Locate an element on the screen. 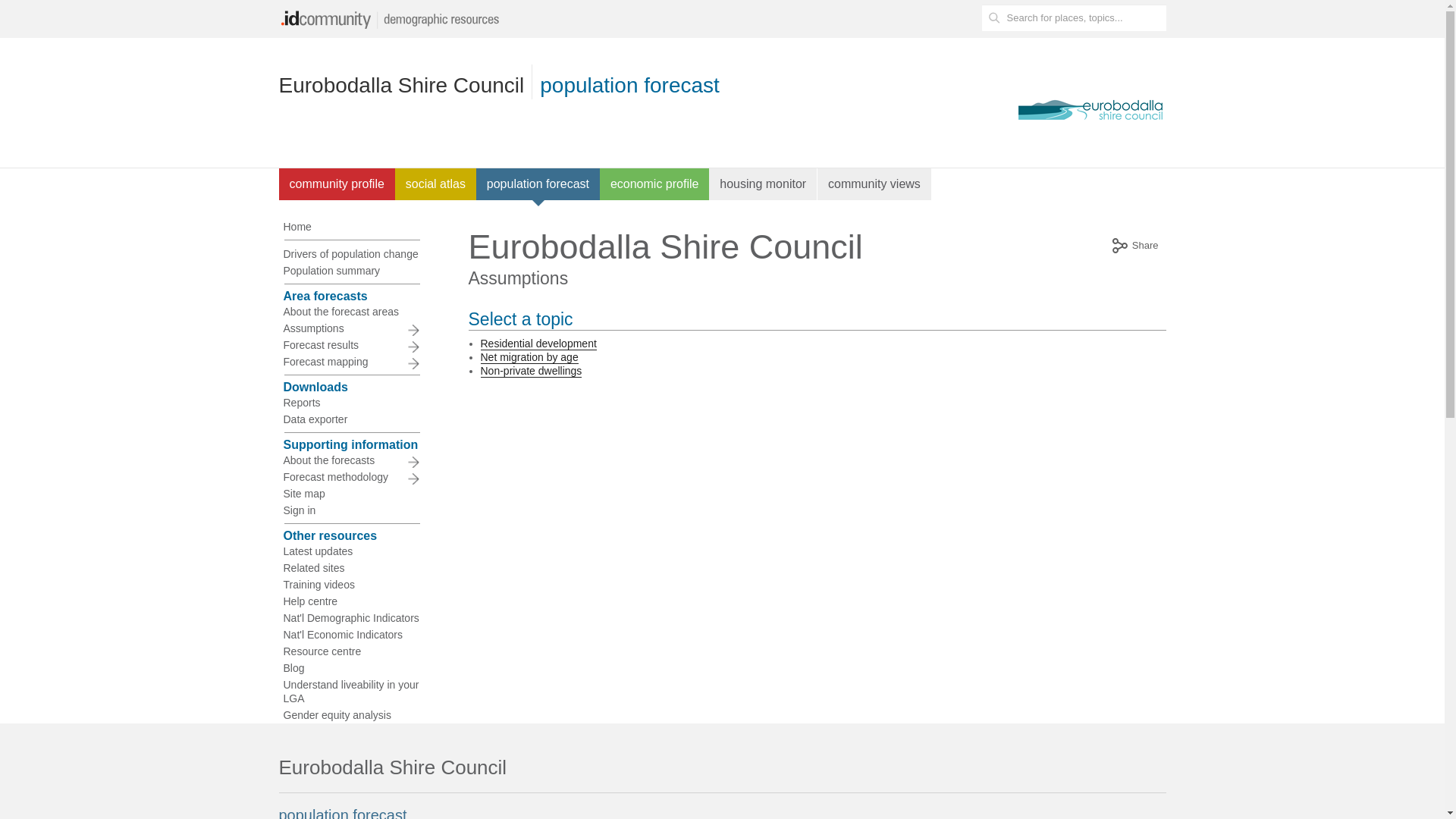 The height and width of the screenshot is (819, 1456). 'community profile' is located at coordinates (336, 184).